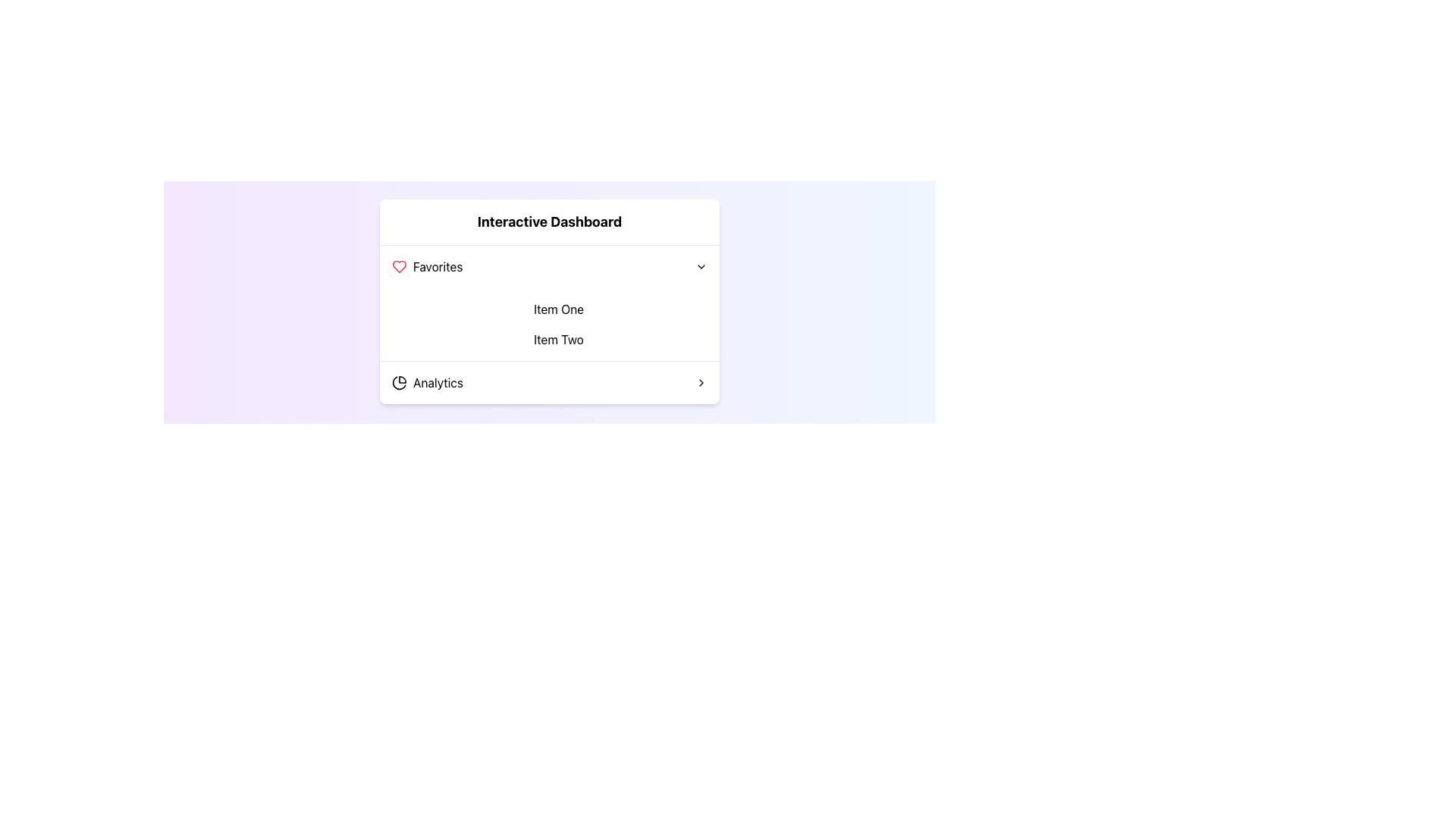  Describe the element at coordinates (548, 382) in the screenshot. I see `the 'Analytics' button, which is the last item` at that location.